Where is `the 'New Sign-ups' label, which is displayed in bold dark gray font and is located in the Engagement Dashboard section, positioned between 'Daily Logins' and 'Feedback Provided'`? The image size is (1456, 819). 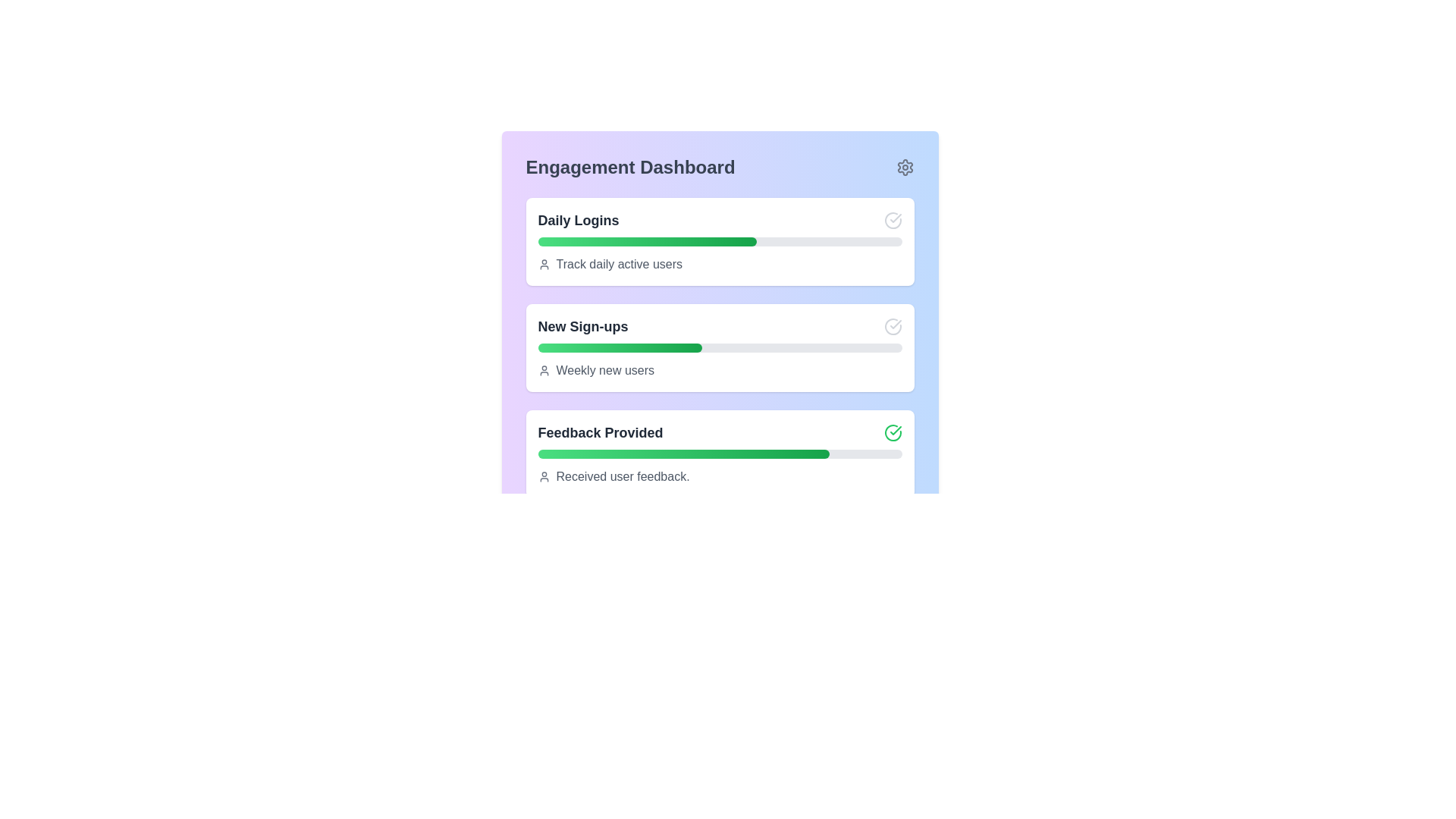 the 'New Sign-ups' label, which is displayed in bold dark gray font and is located in the Engagement Dashboard section, positioned between 'Daily Logins' and 'Feedback Provided' is located at coordinates (582, 326).